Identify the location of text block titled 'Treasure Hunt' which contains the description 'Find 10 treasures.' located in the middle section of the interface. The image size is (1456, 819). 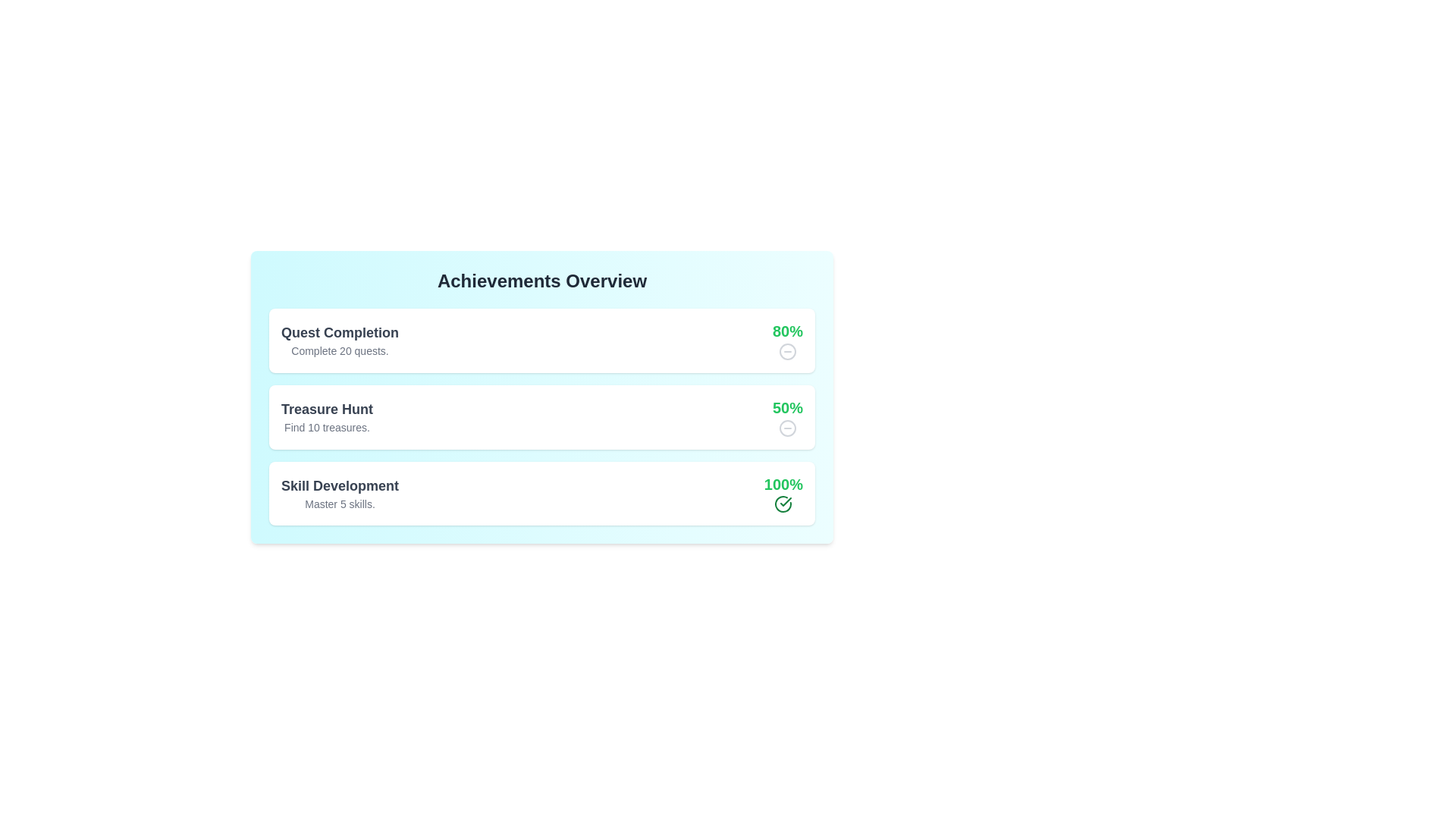
(326, 417).